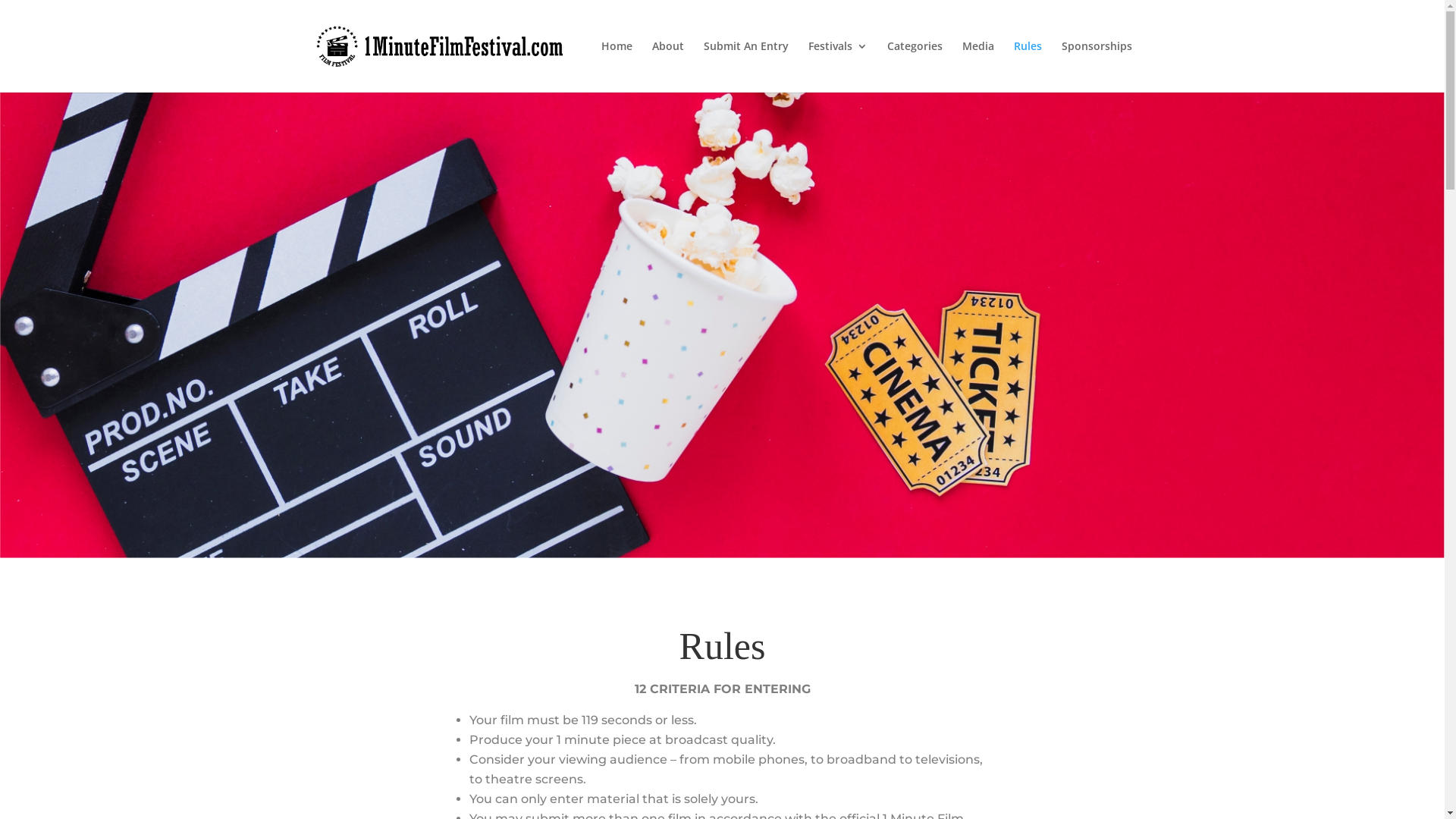 The width and height of the screenshot is (1456, 819). Describe the element at coordinates (1027, 66) in the screenshot. I see `'Rules'` at that location.